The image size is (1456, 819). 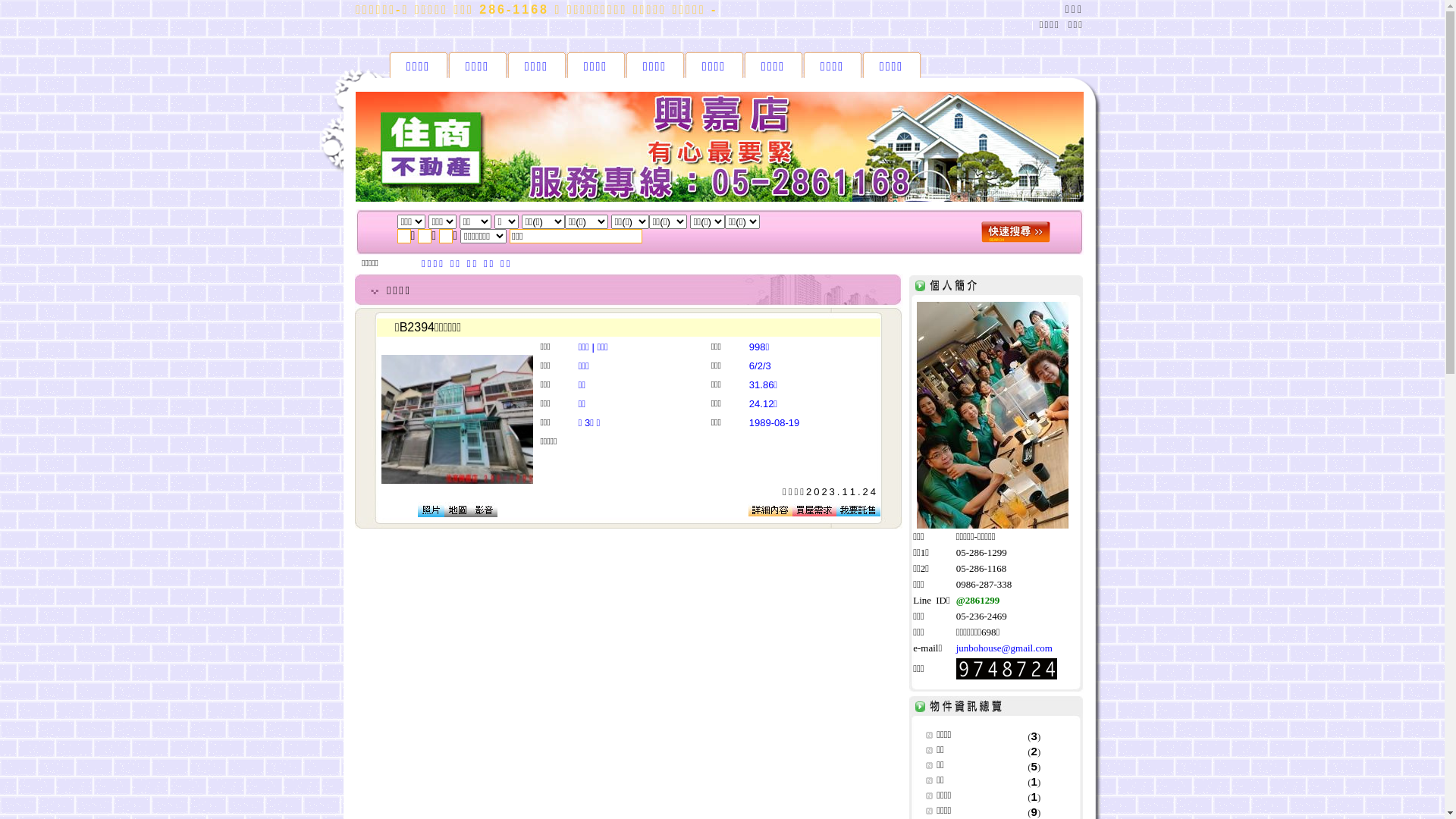 What do you see at coordinates (1004, 648) in the screenshot?
I see `'junbohouse@gmail.com'` at bounding box center [1004, 648].